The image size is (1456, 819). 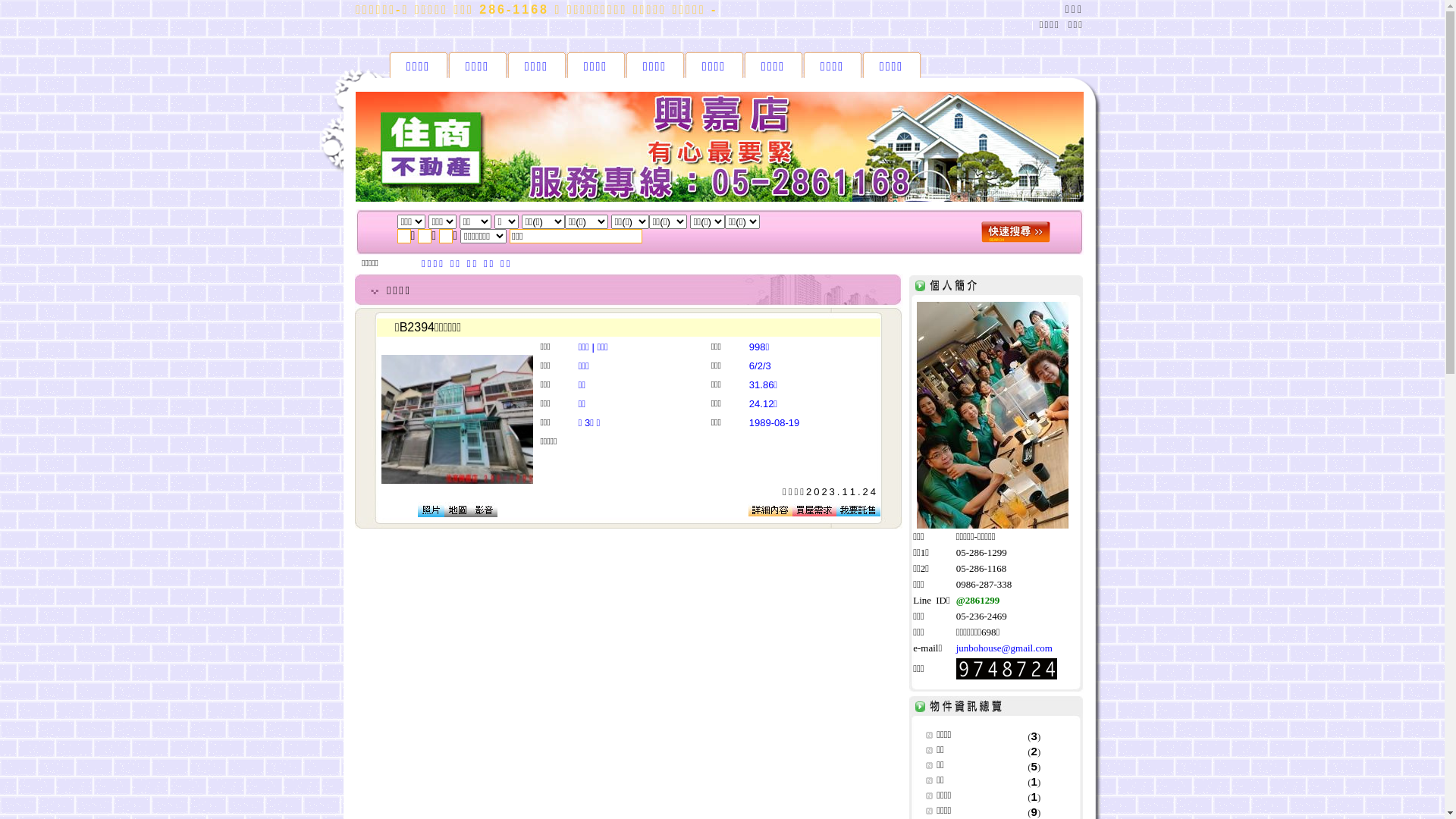 What do you see at coordinates (1004, 648) in the screenshot?
I see `'junbohouse@gmail.com'` at bounding box center [1004, 648].